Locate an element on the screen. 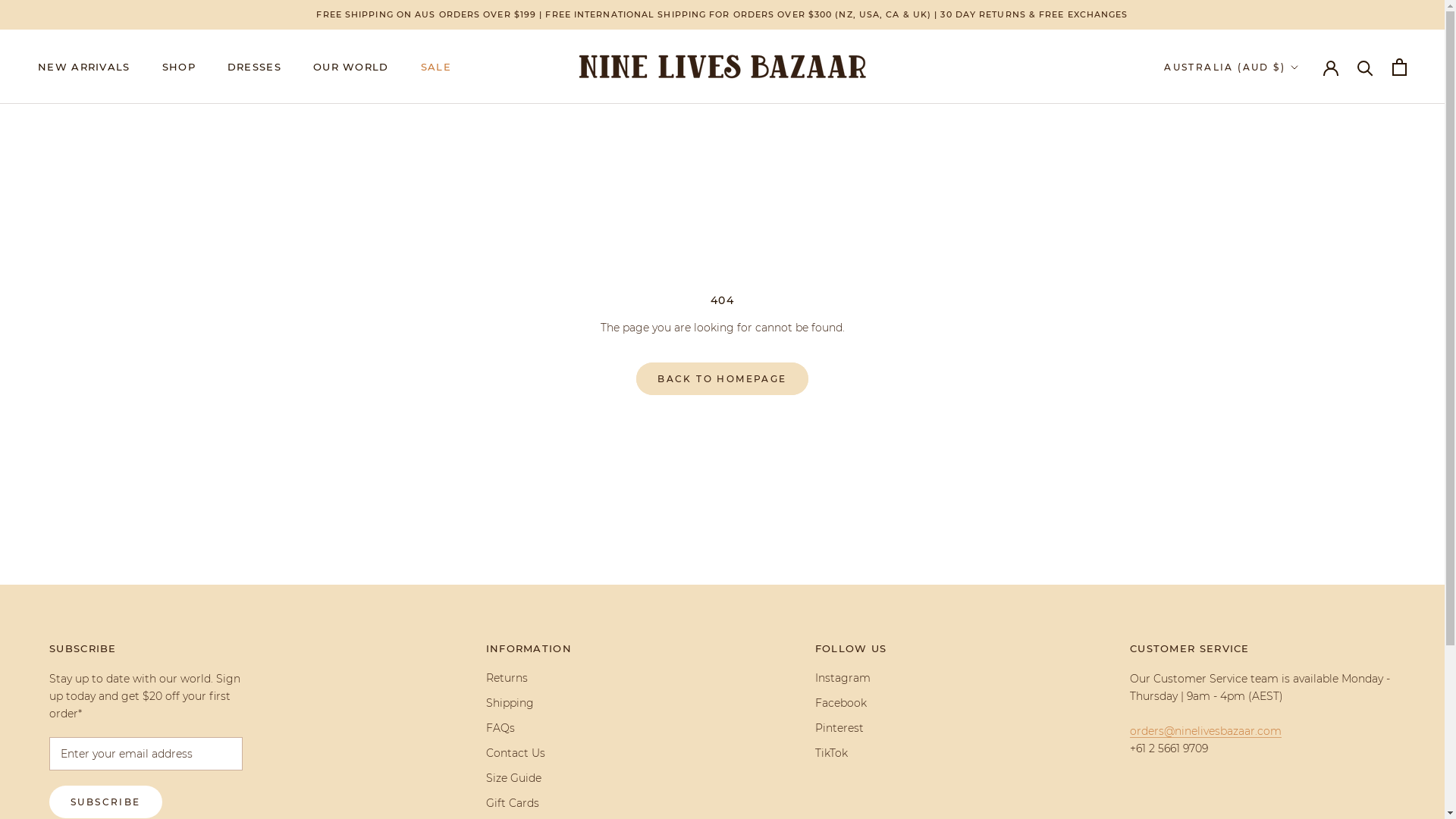  'SALE is located at coordinates (435, 66).